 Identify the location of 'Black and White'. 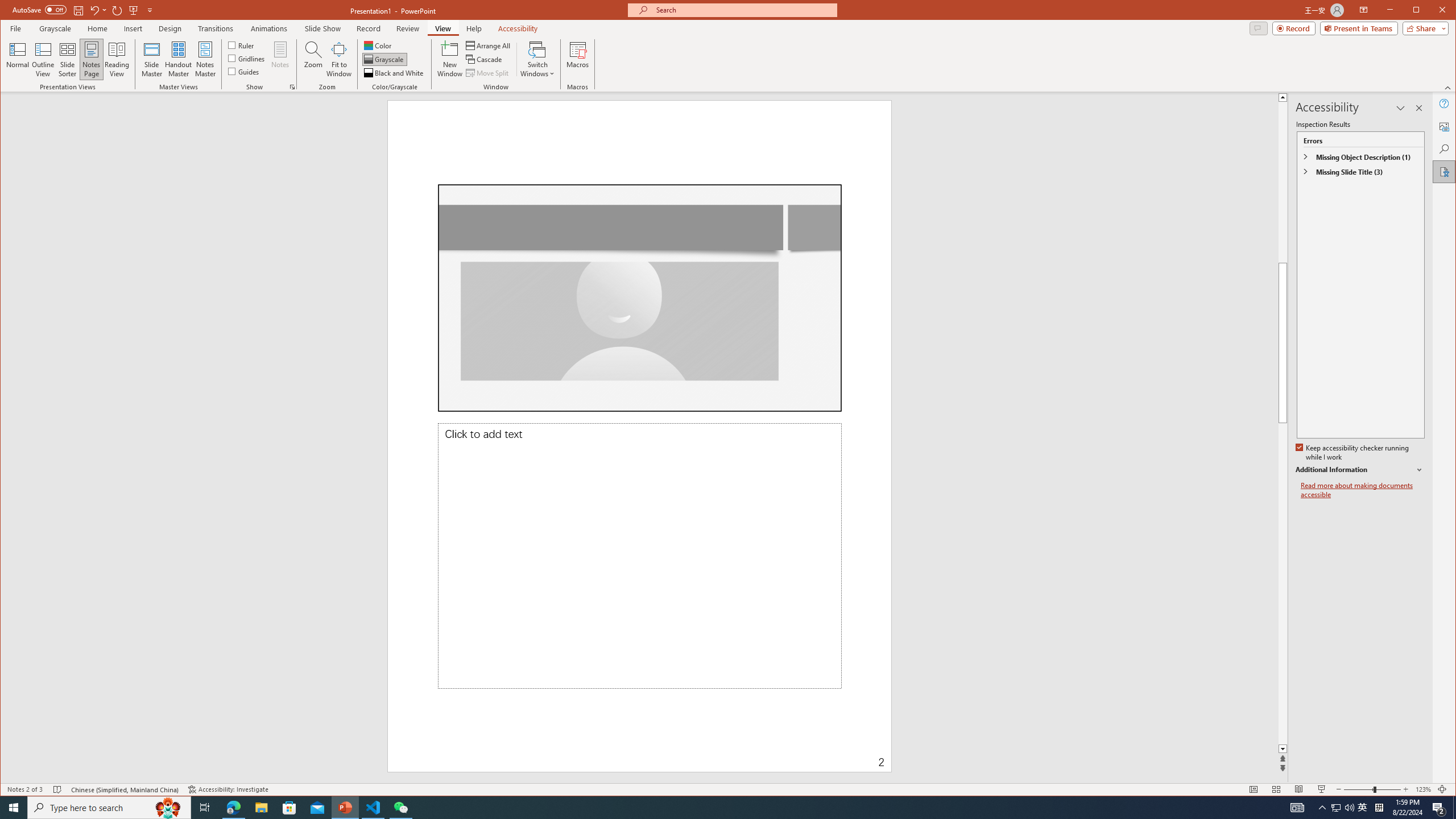
(394, 72).